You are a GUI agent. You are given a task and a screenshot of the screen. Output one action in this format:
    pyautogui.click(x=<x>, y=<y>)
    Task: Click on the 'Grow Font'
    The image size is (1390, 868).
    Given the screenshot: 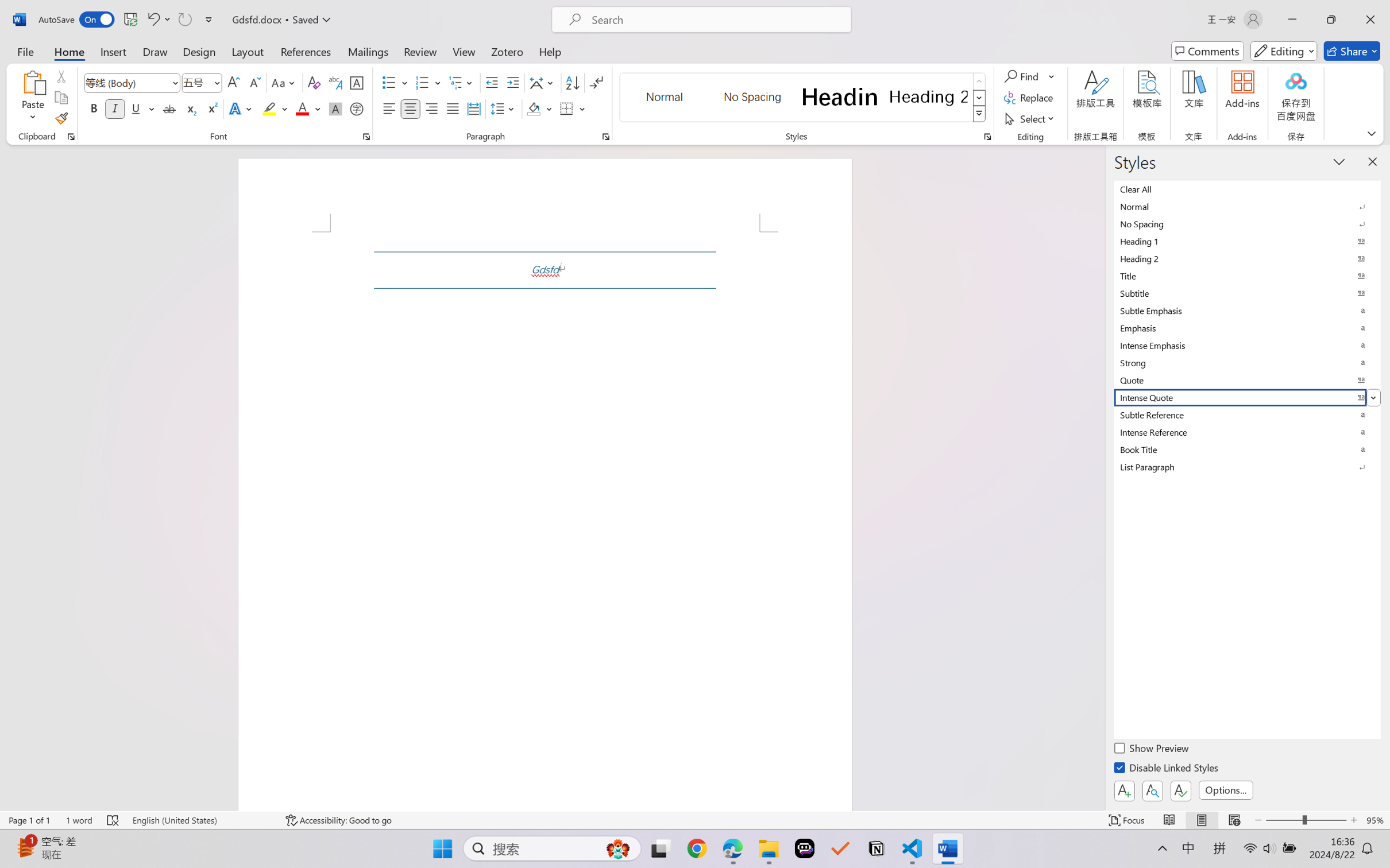 What is the action you would take?
    pyautogui.click(x=233, y=83)
    